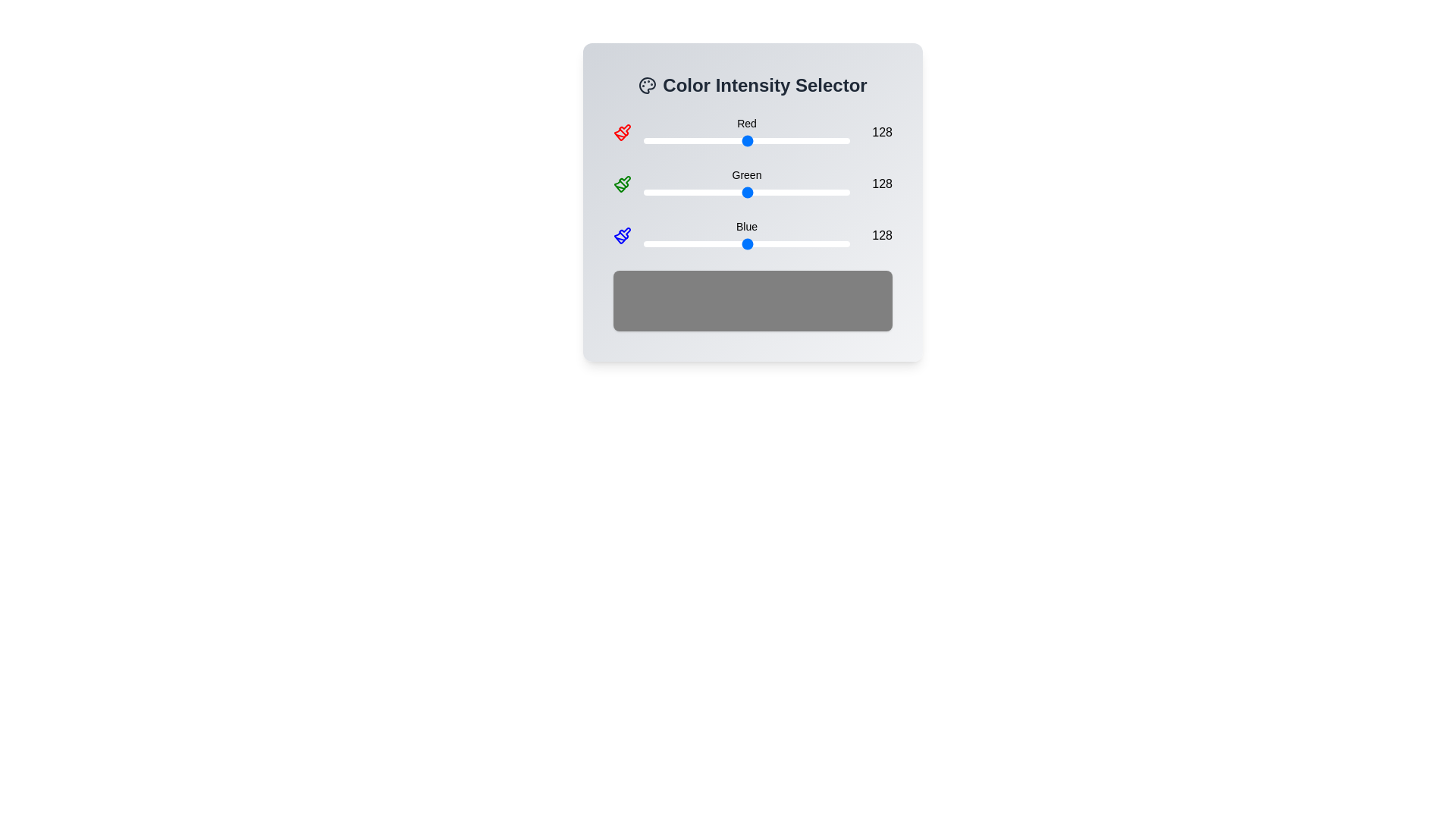 The height and width of the screenshot is (819, 1456). I want to click on green intensity, so click(666, 192).